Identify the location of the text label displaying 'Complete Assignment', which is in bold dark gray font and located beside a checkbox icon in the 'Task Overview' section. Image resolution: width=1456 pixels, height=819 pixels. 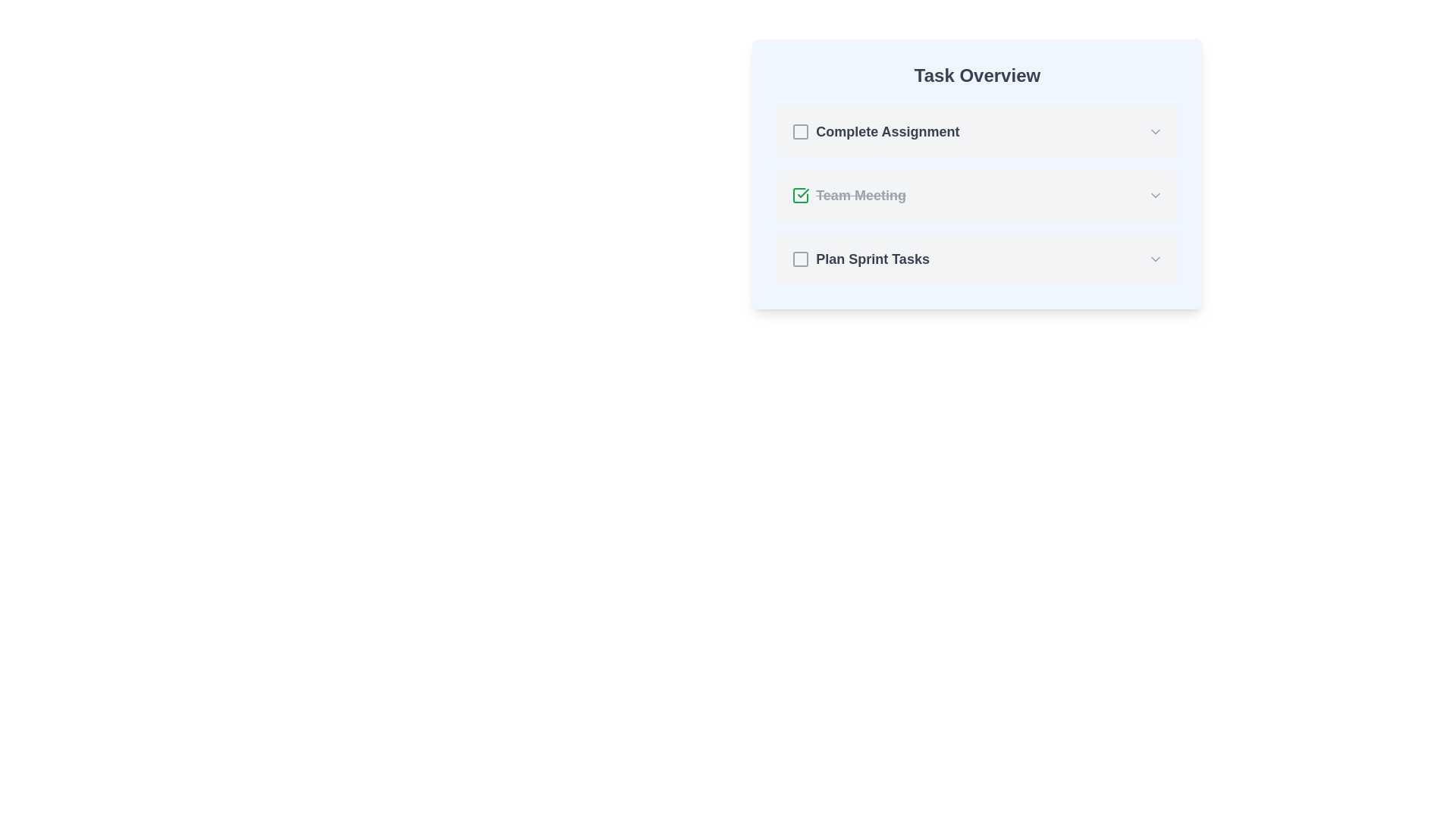
(887, 130).